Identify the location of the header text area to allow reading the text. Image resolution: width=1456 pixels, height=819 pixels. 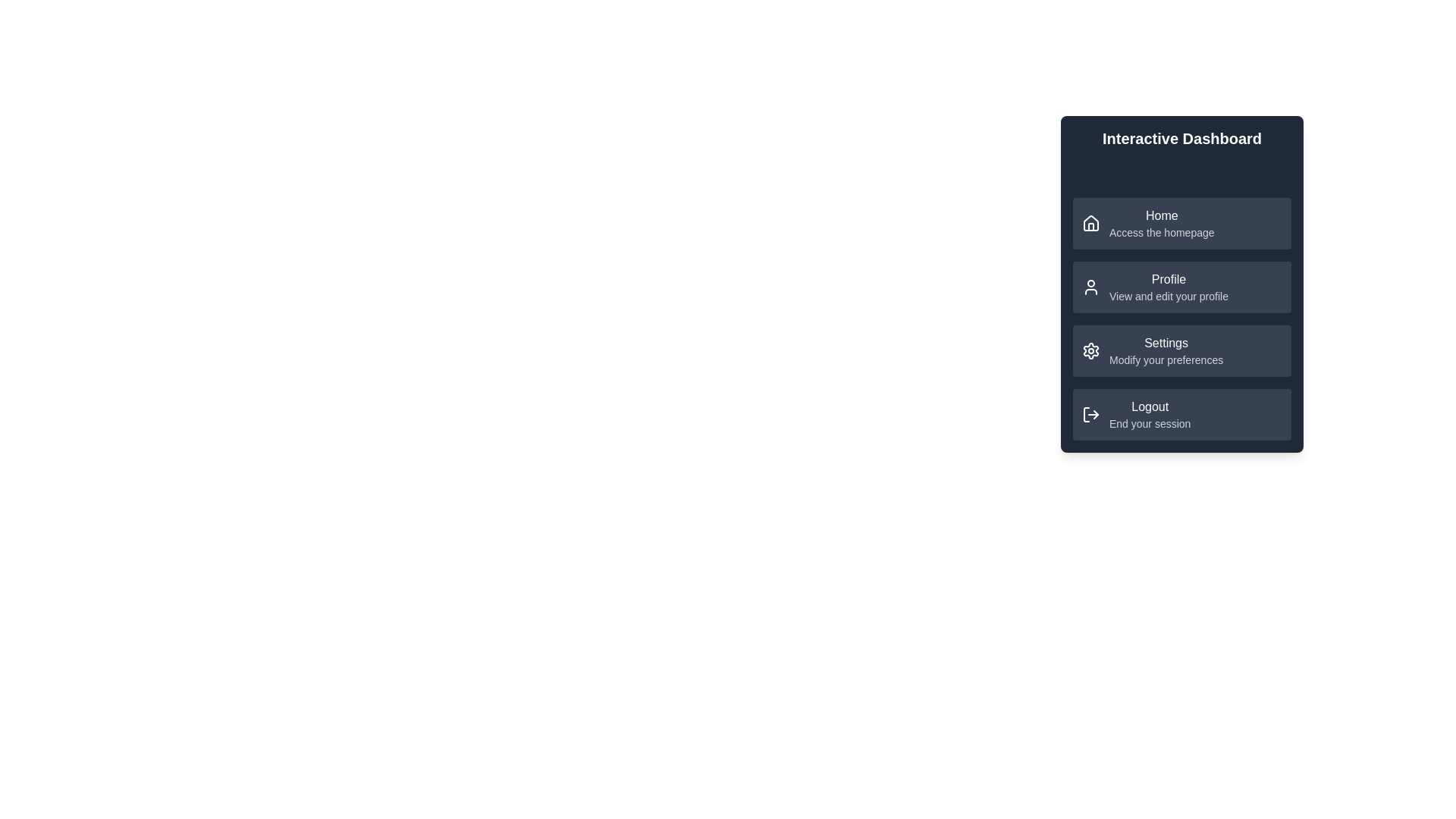
(1181, 138).